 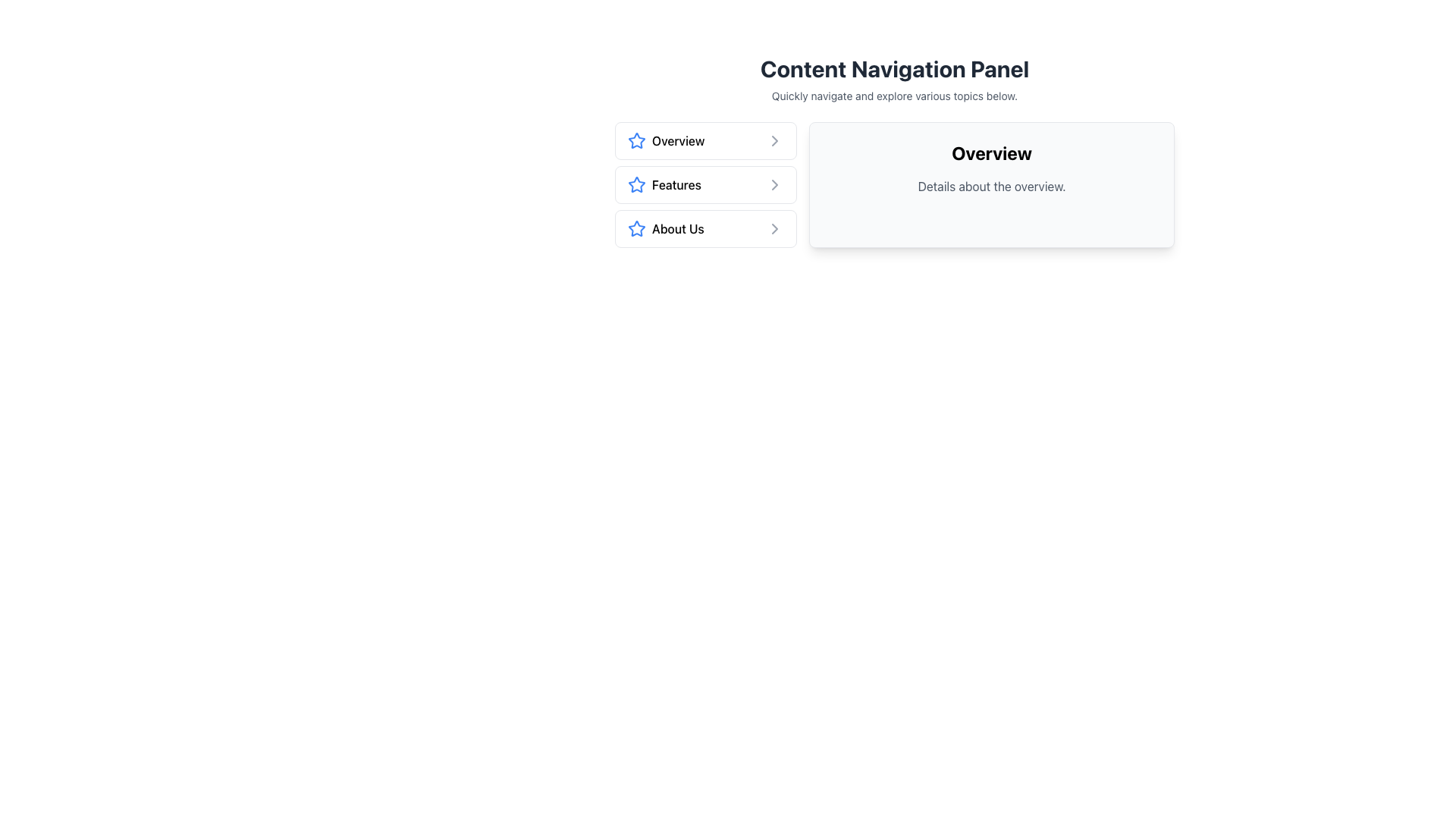 I want to click on guidance text 'Quickly navigate and explore various topics below.' located beneath the title 'Content Navigation Panel', so click(x=895, y=96).